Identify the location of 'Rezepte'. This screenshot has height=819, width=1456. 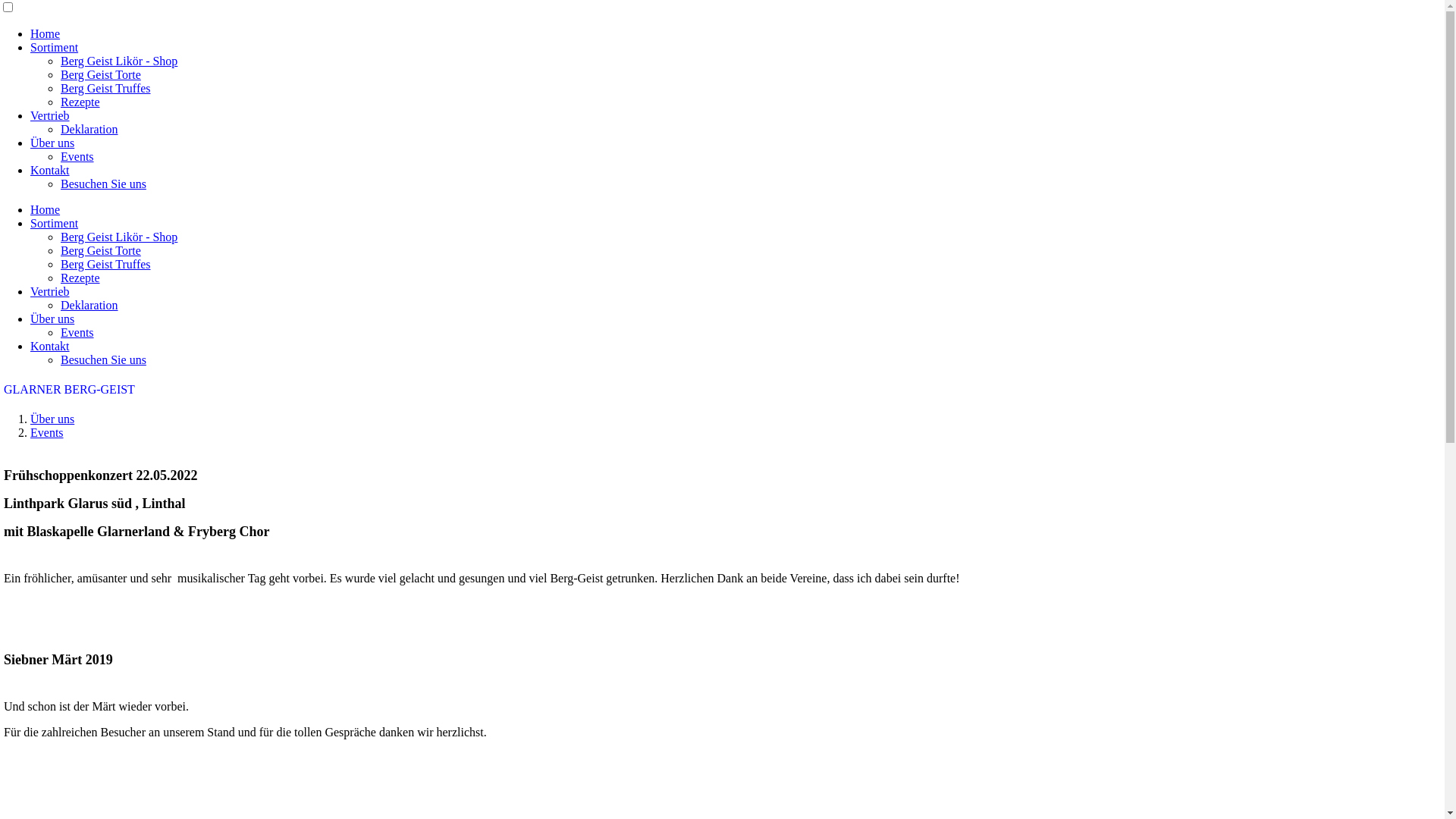
(79, 278).